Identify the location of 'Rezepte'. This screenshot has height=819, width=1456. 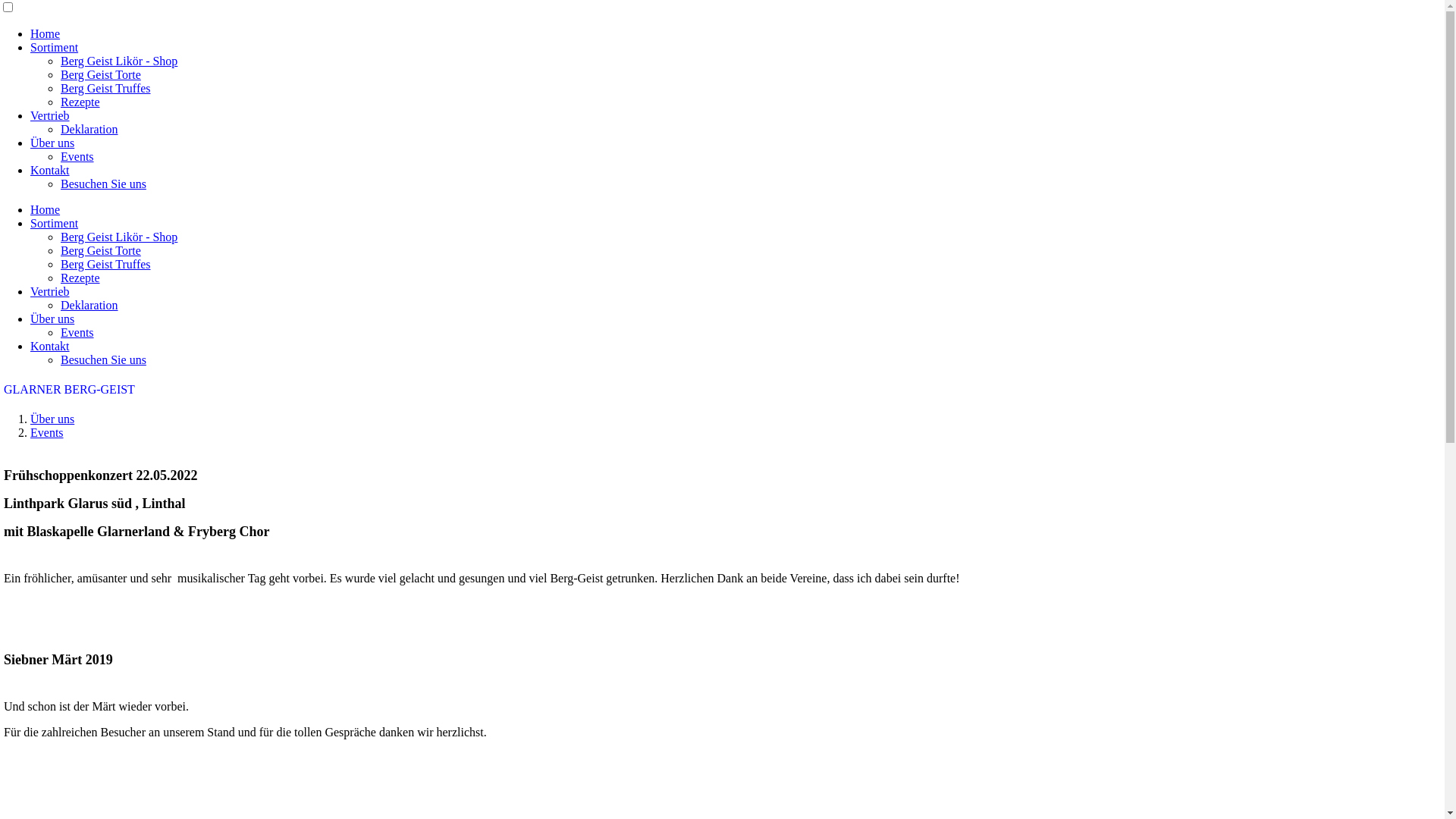
(79, 278).